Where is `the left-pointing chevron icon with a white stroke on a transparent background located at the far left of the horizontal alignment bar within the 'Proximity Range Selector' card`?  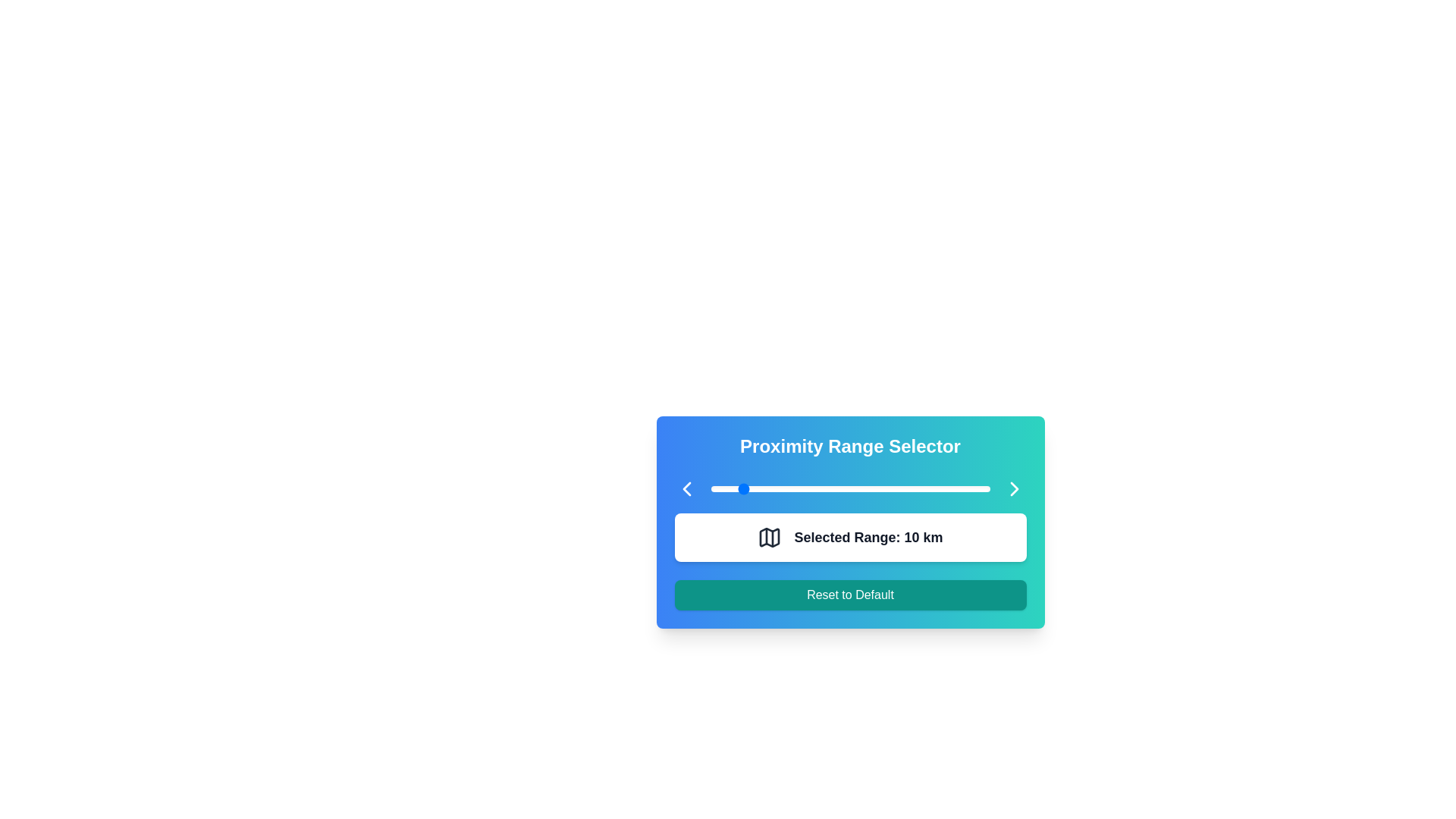 the left-pointing chevron icon with a white stroke on a transparent background located at the far left of the horizontal alignment bar within the 'Proximity Range Selector' card is located at coordinates (686, 488).